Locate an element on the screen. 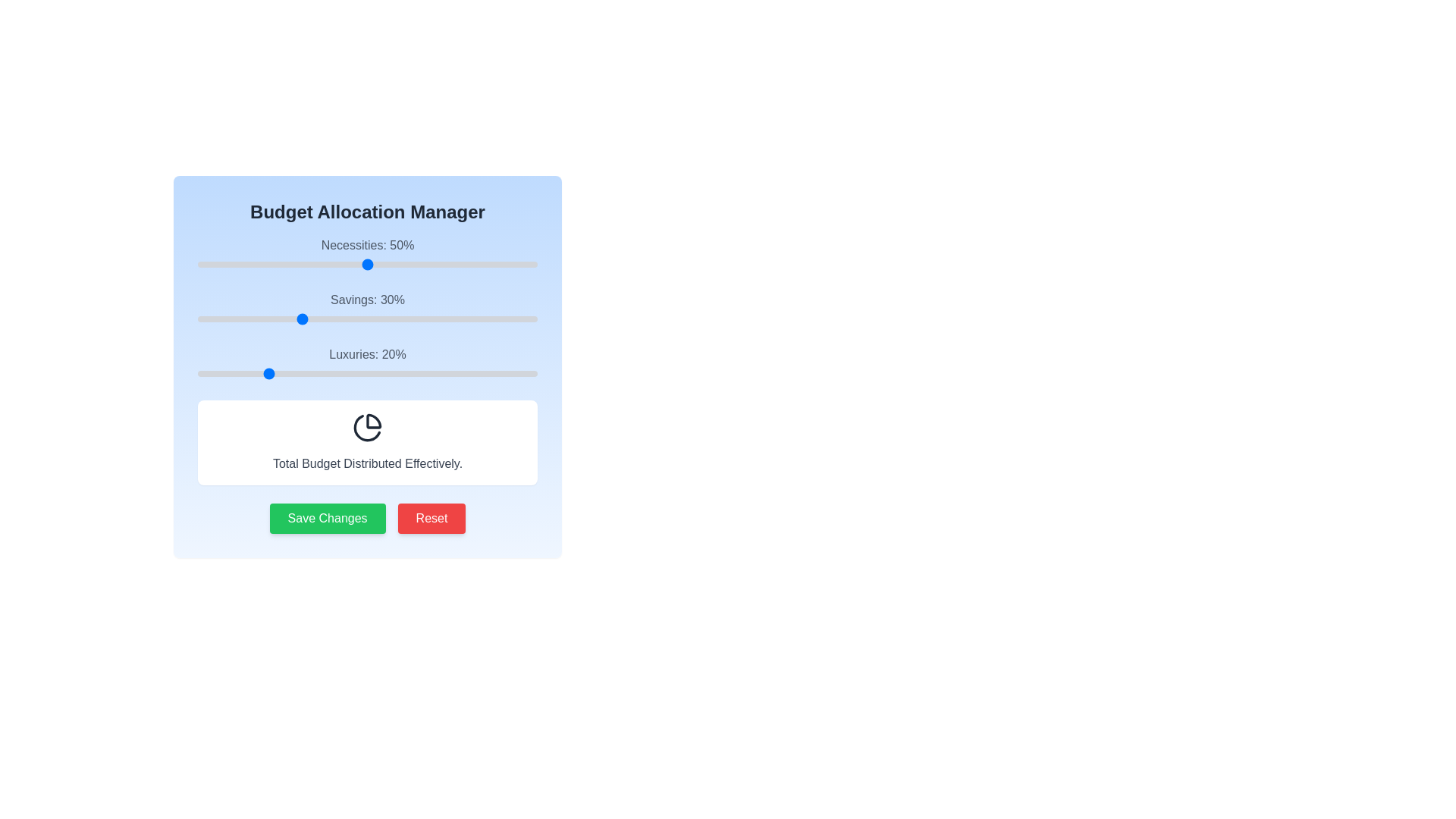 The width and height of the screenshot is (1456, 819). luxuries percentage is located at coordinates (486, 374).